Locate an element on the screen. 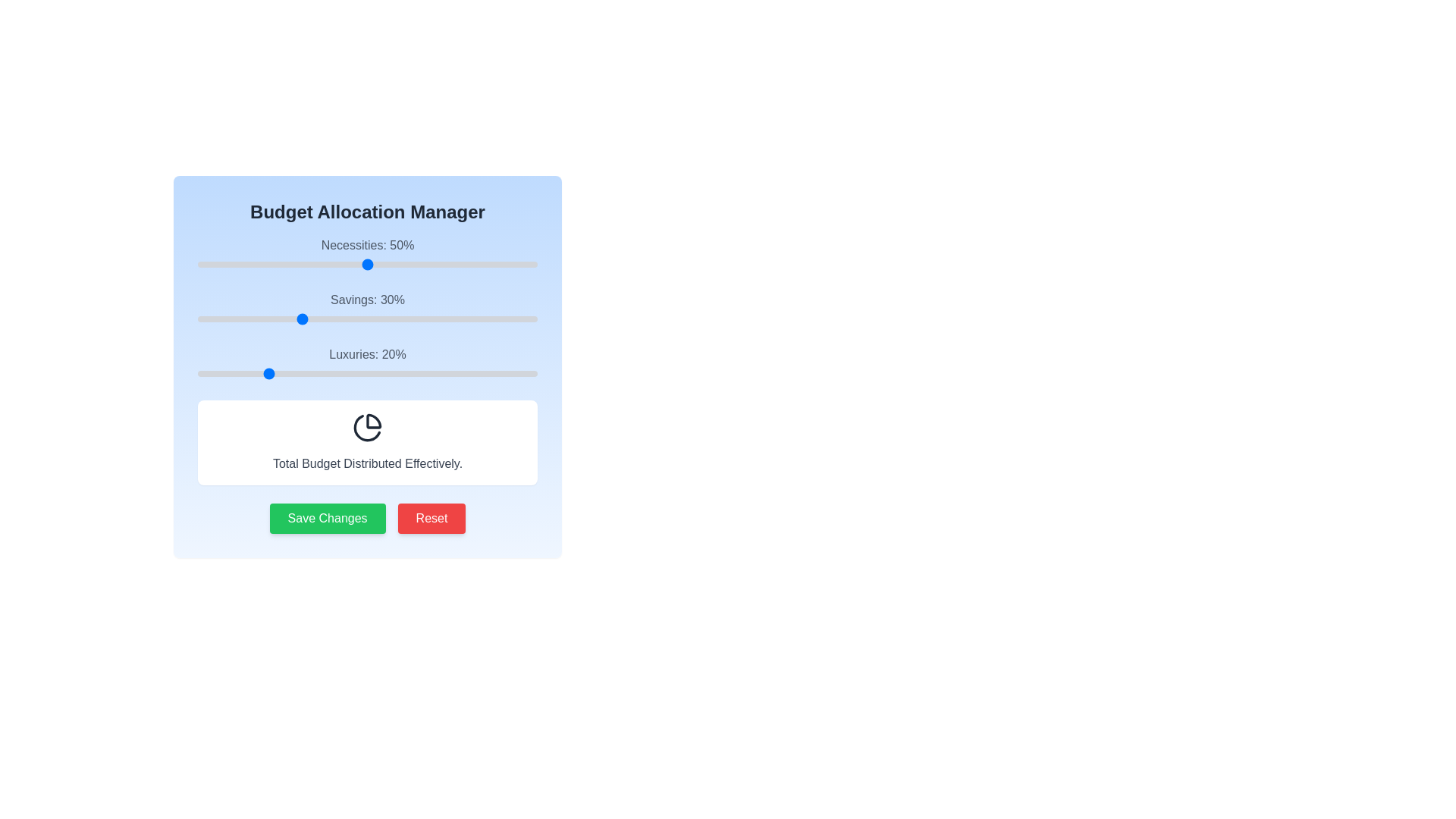 The width and height of the screenshot is (1456, 819). luxuries percentage is located at coordinates (486, 374).